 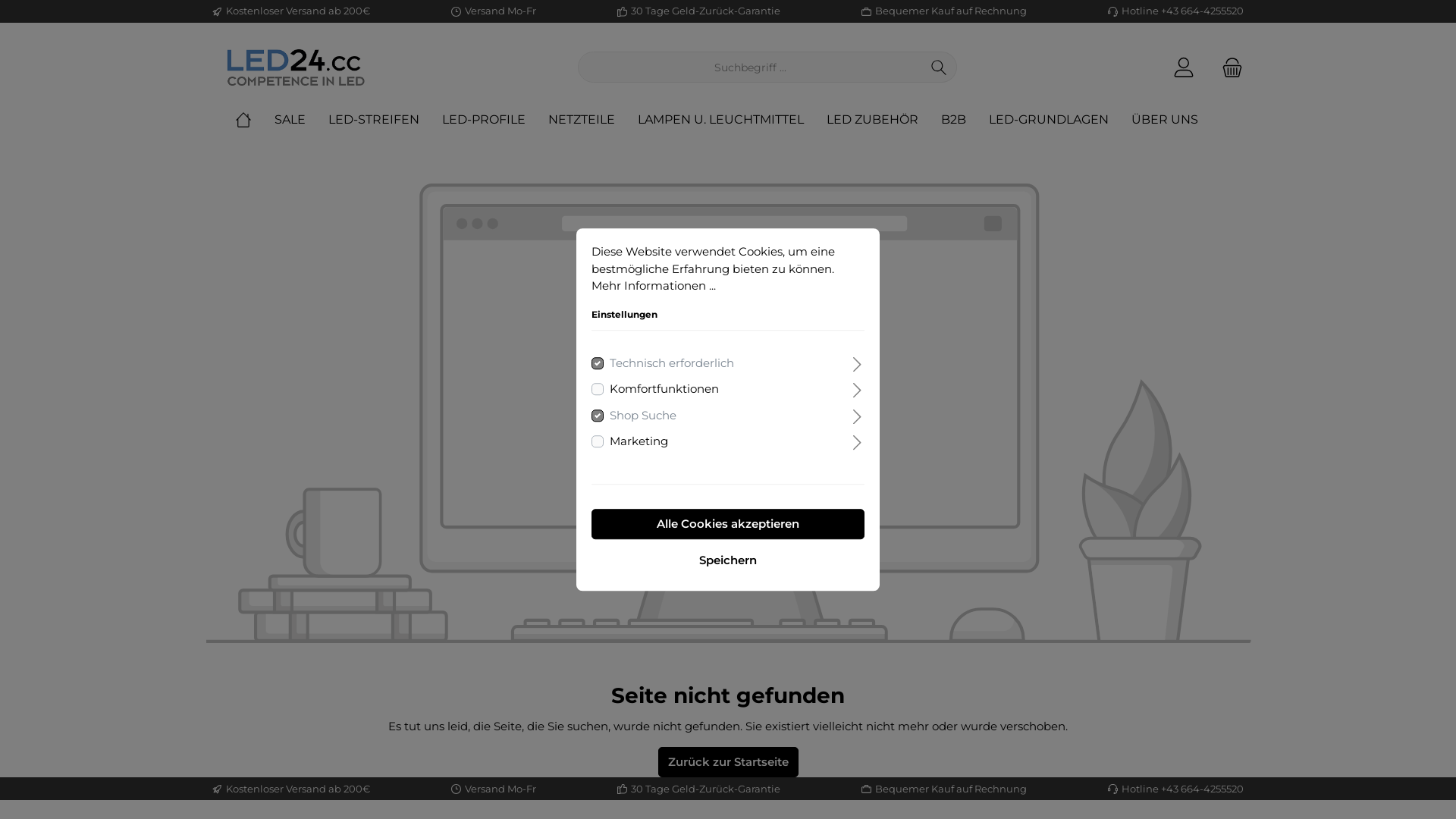 I want to click on 'LAMPEN U. LEUCHTMITTEL', so click(x=732, y=119).